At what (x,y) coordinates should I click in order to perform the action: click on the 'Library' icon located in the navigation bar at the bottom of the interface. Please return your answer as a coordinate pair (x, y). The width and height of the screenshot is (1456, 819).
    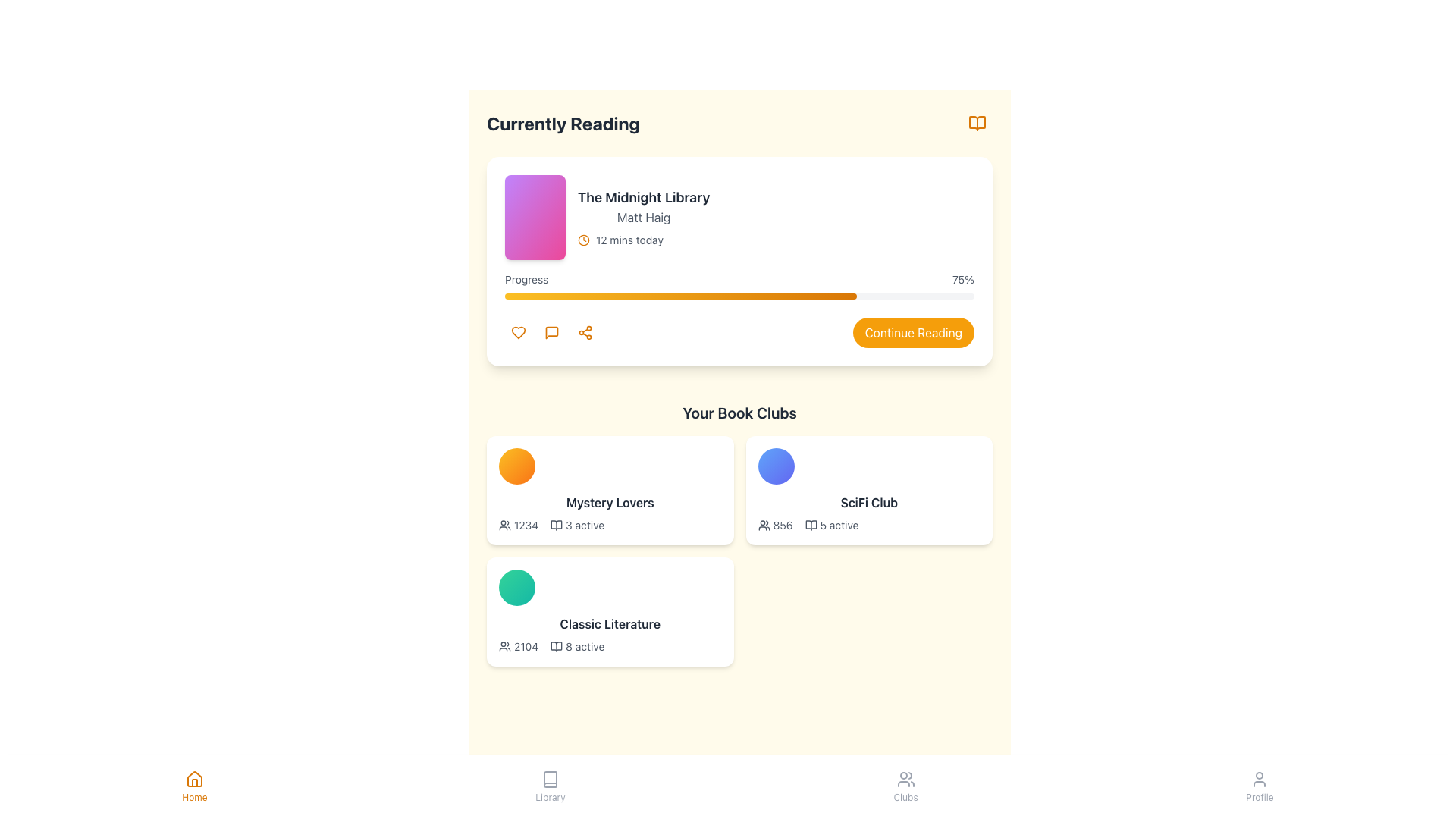
    Looking at the image, I should click on (549, 780).